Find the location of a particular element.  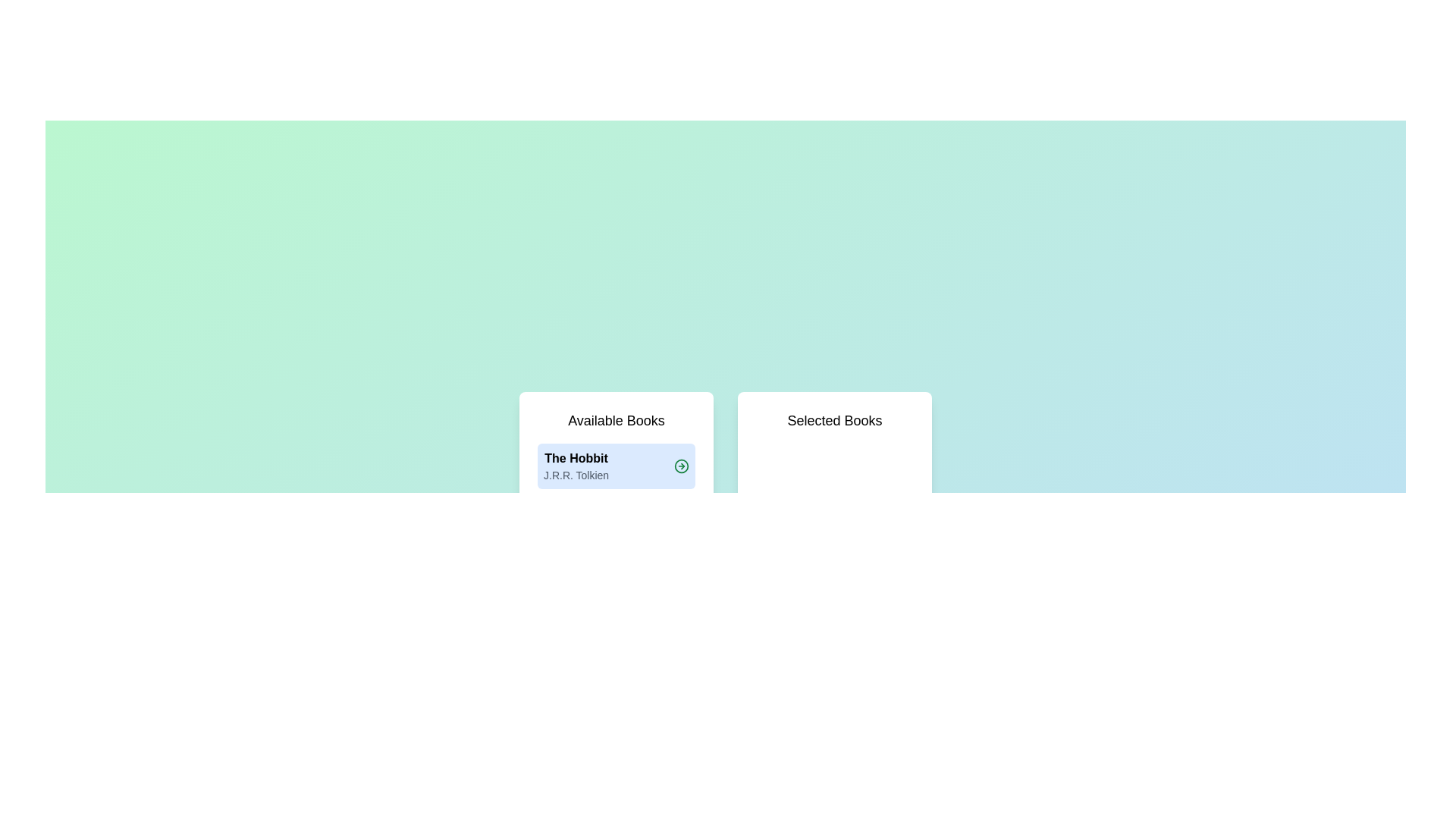

the book list item 'The Hobbit' to reveal more details is located at coordinates (575, 465).